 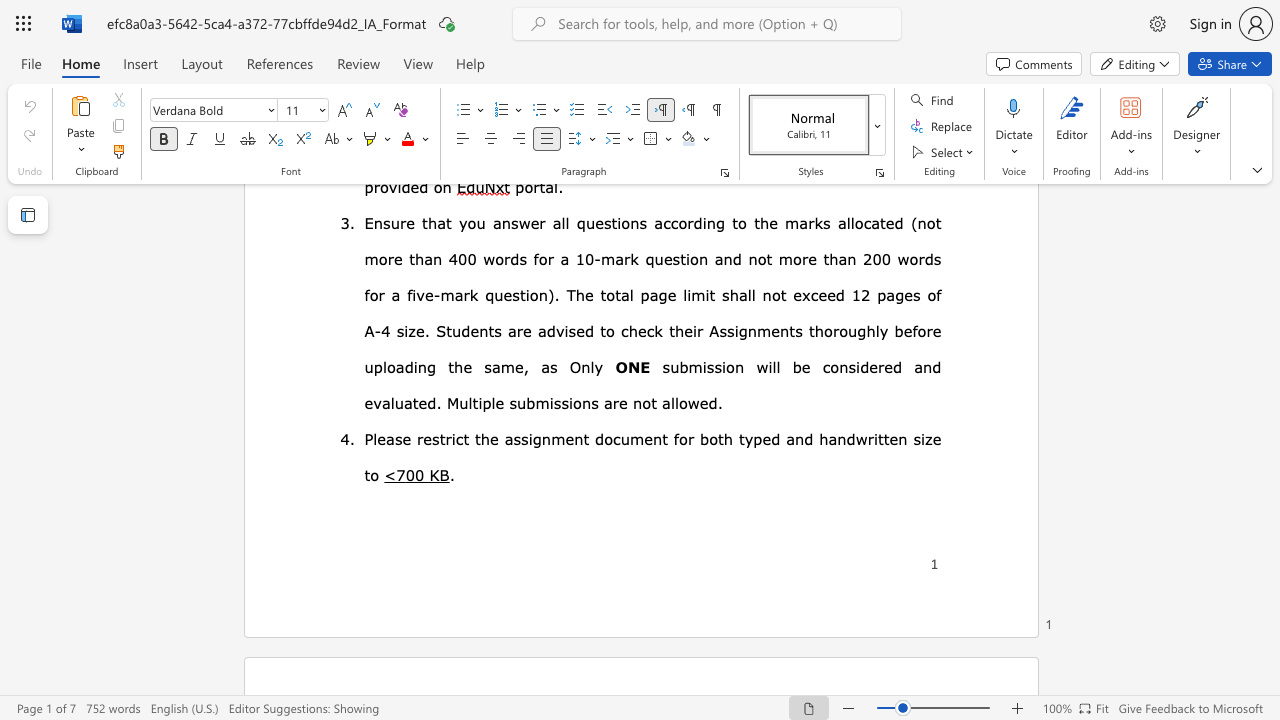 What do you see at coordinates (837, 437) in the screenshot?
I see `the subset text "nd" within the text "for both typed and handwritten"` at bounding box center [837, 437].